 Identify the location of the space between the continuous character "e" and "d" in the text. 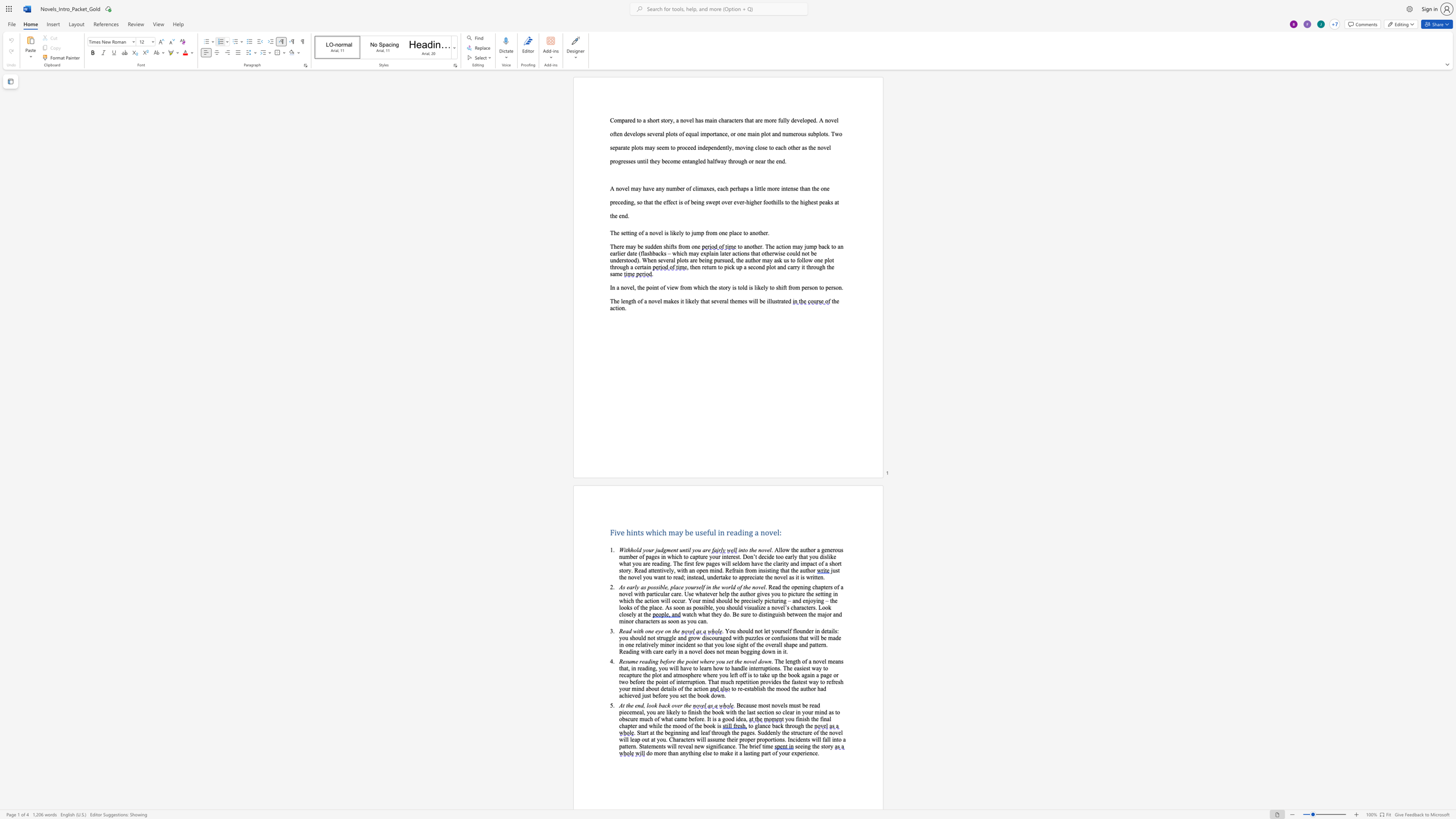
(637, 695).